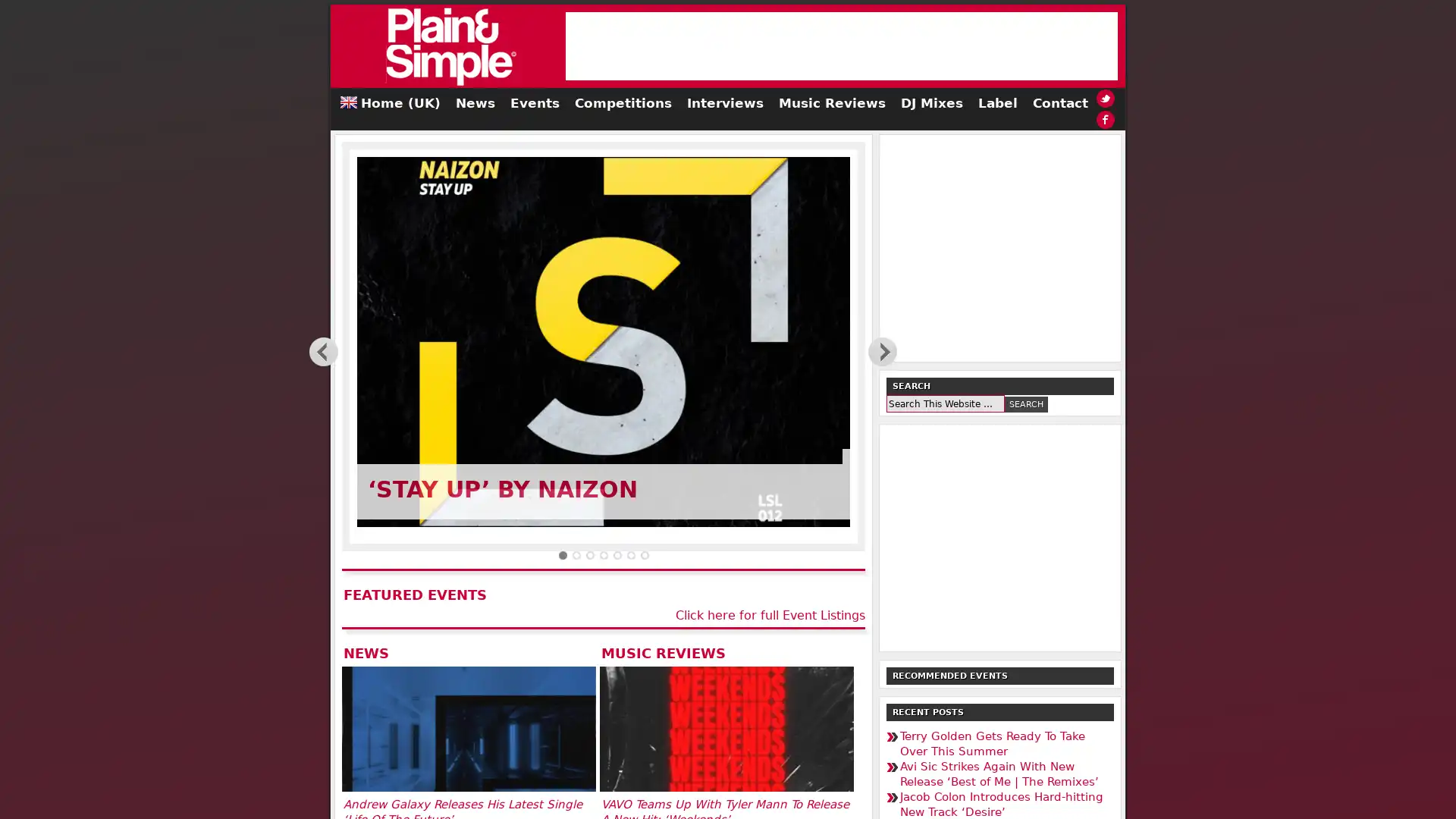 This screenshot has height=819, width=1456. I want to click on Search, so click(1026, 403).